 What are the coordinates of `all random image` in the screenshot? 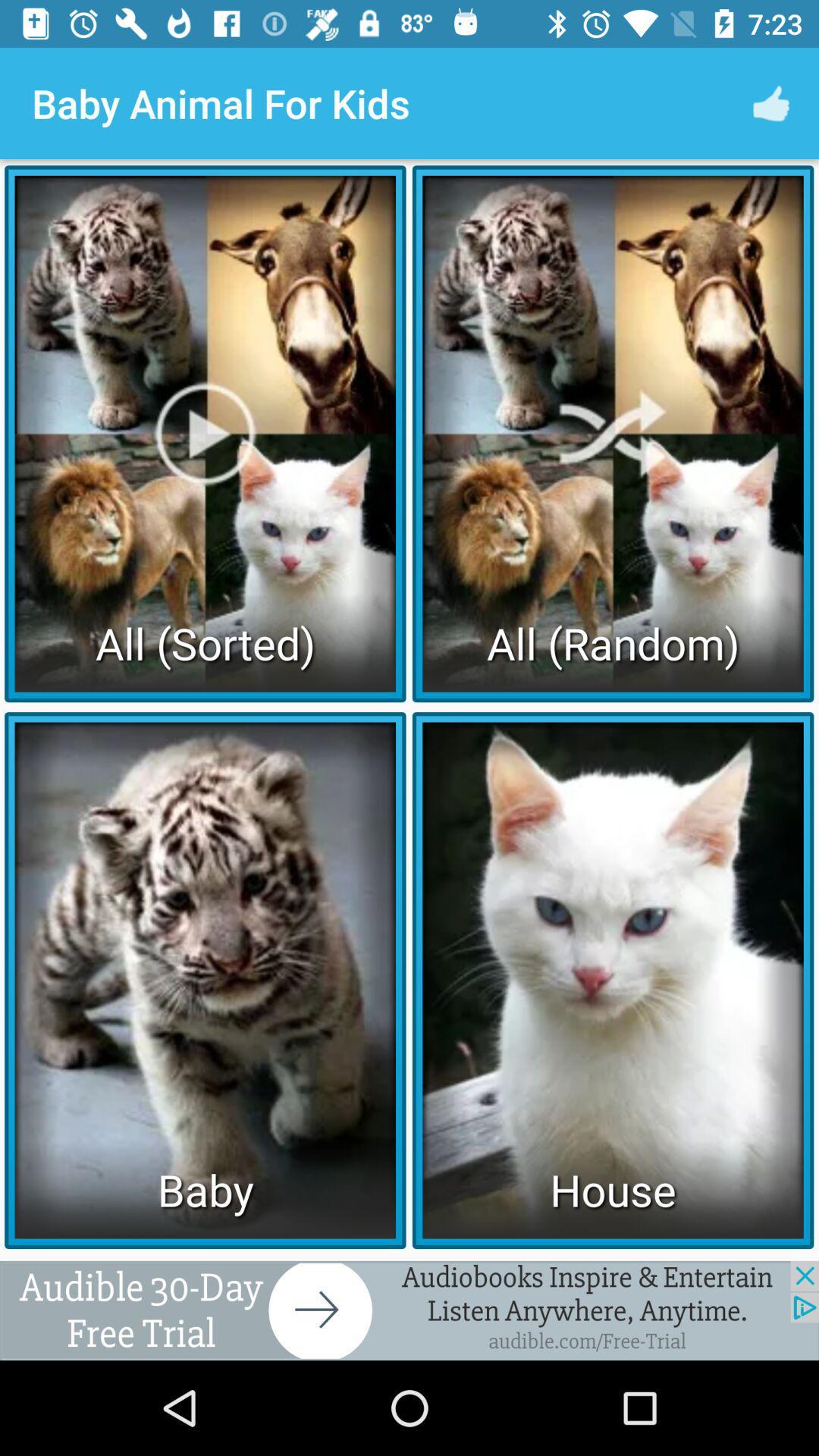 It's located at (612, 432).